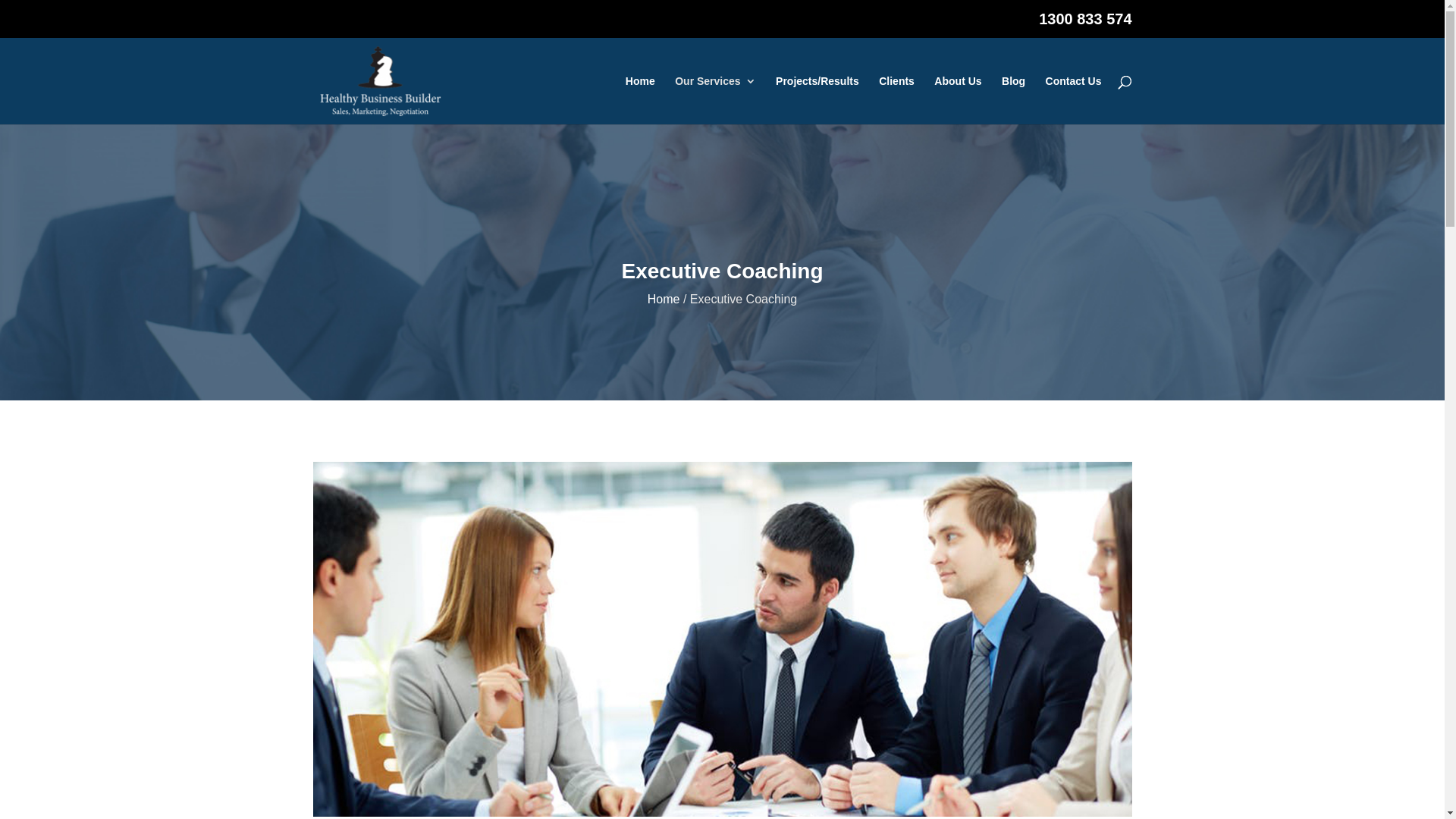 The image size is (1456, 819). Describe the element at coordinates (714, 99) in the screenshot. I see `'Our Services'` at that location.